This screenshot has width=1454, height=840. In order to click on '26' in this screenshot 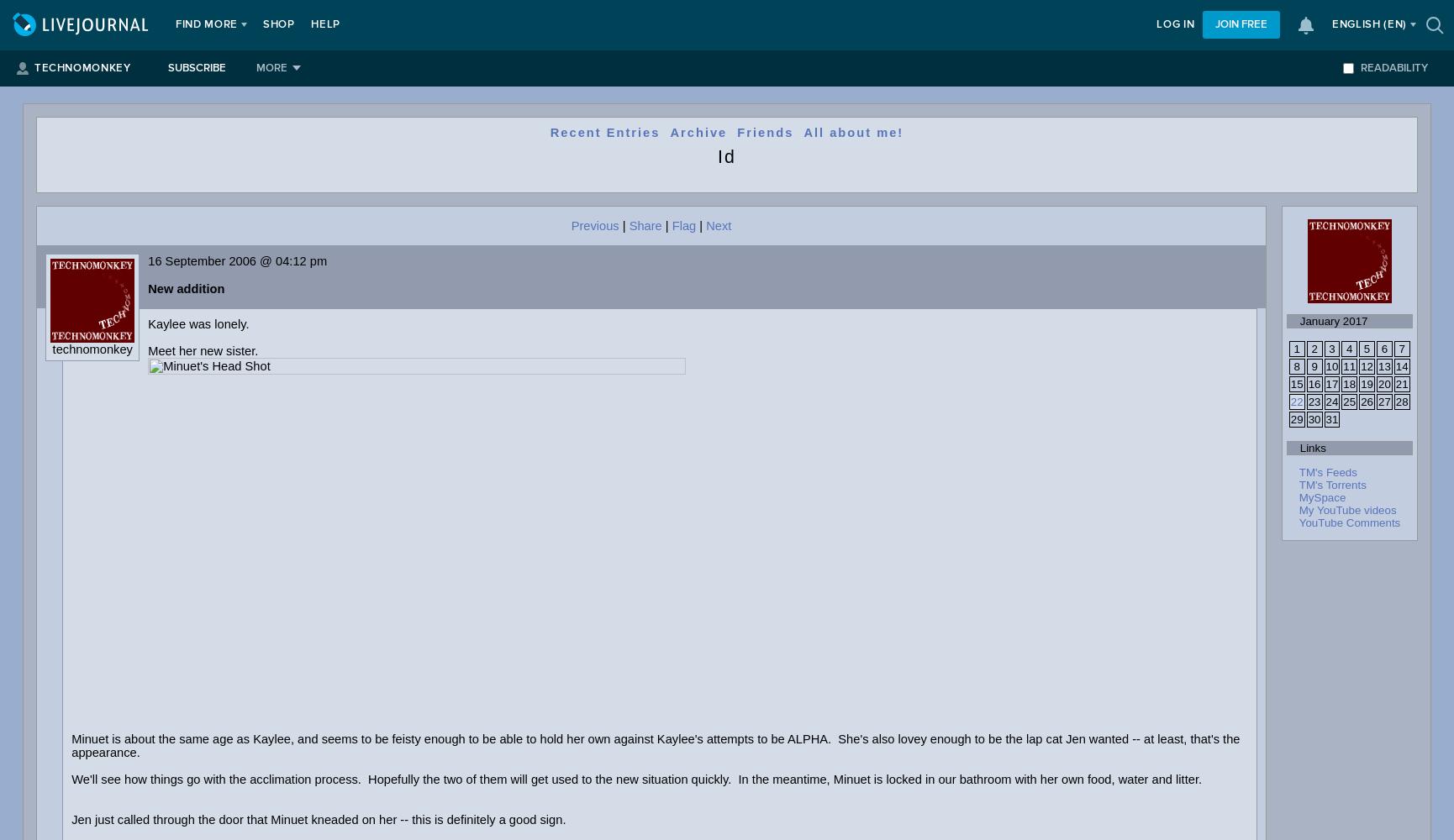, I will do `click(1366, 401)`.